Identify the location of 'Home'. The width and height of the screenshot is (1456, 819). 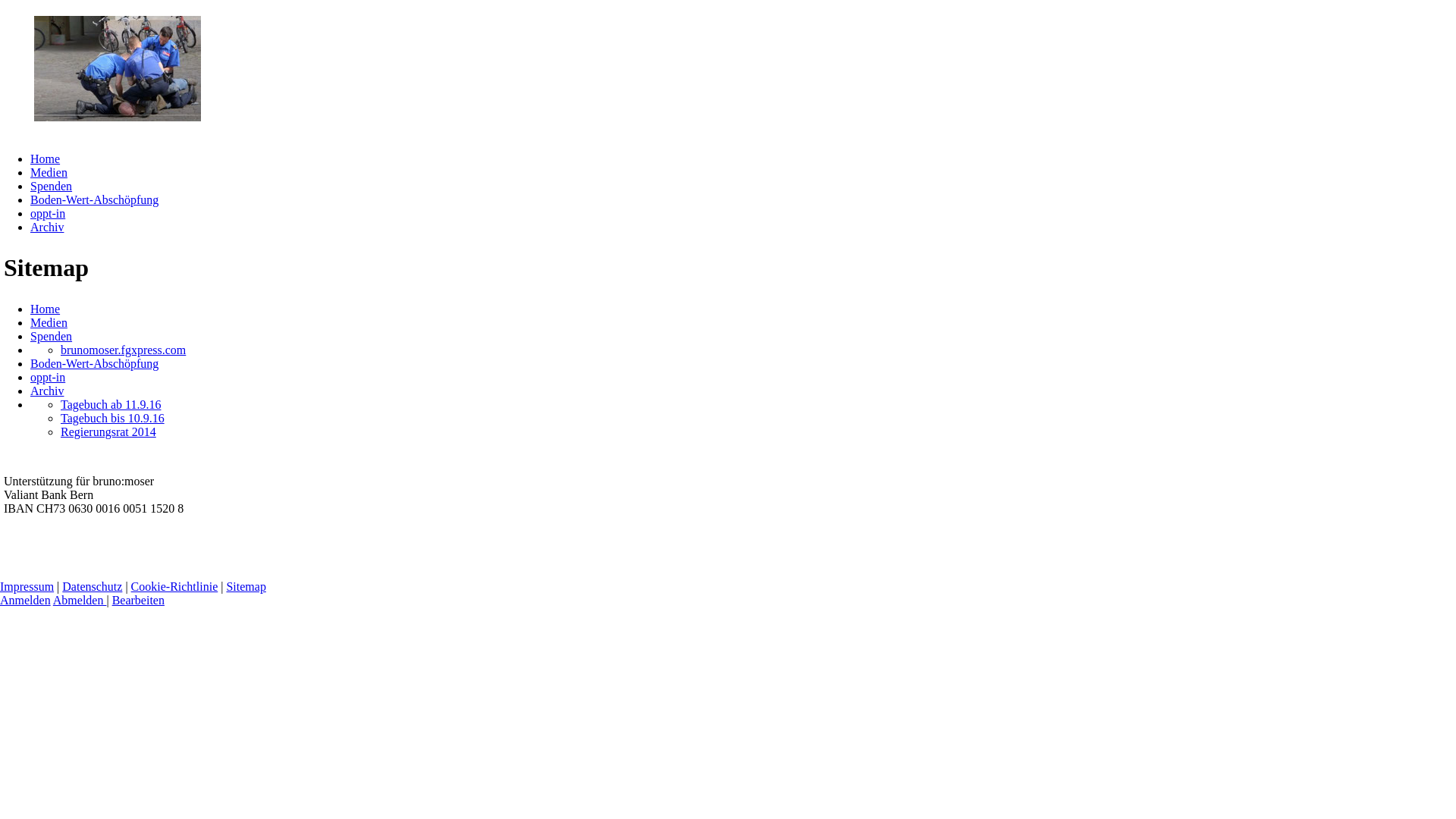
(45, 308).